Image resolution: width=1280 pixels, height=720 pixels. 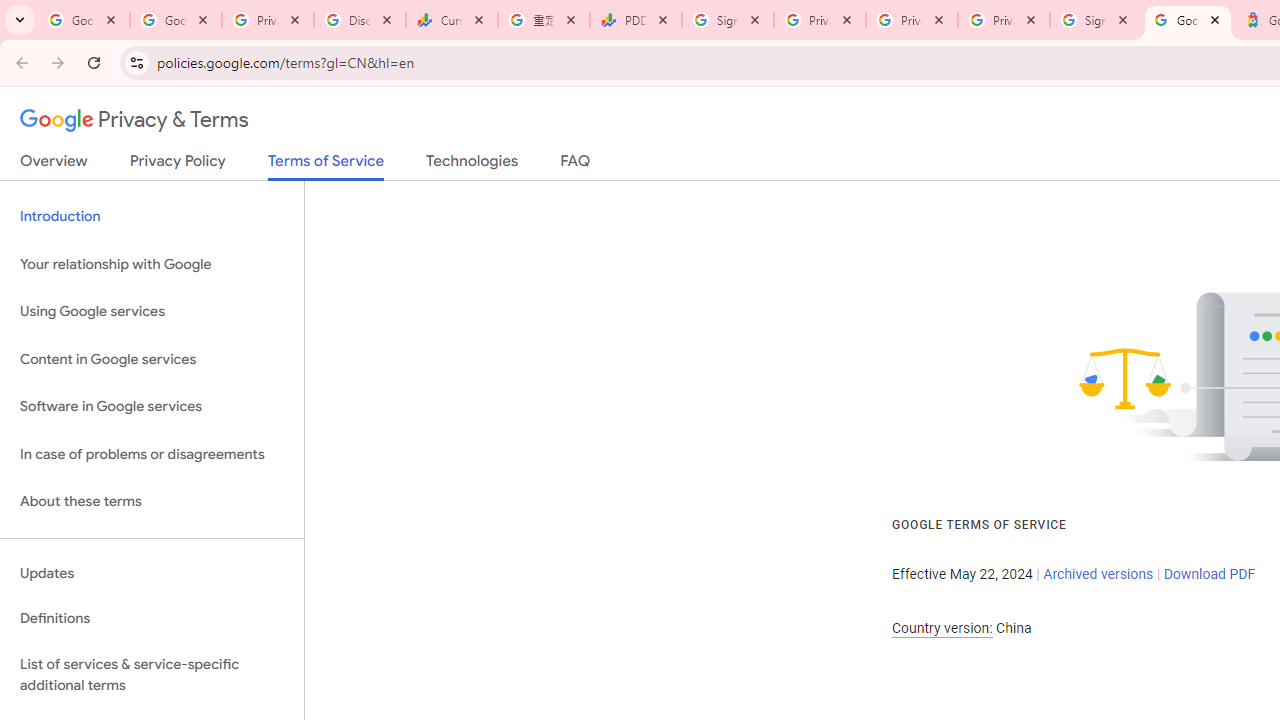 What do you see at coordinates (911, 20) in the screenshot?
I see `'Privacy Checkup'` at bounding box center [911, 20].